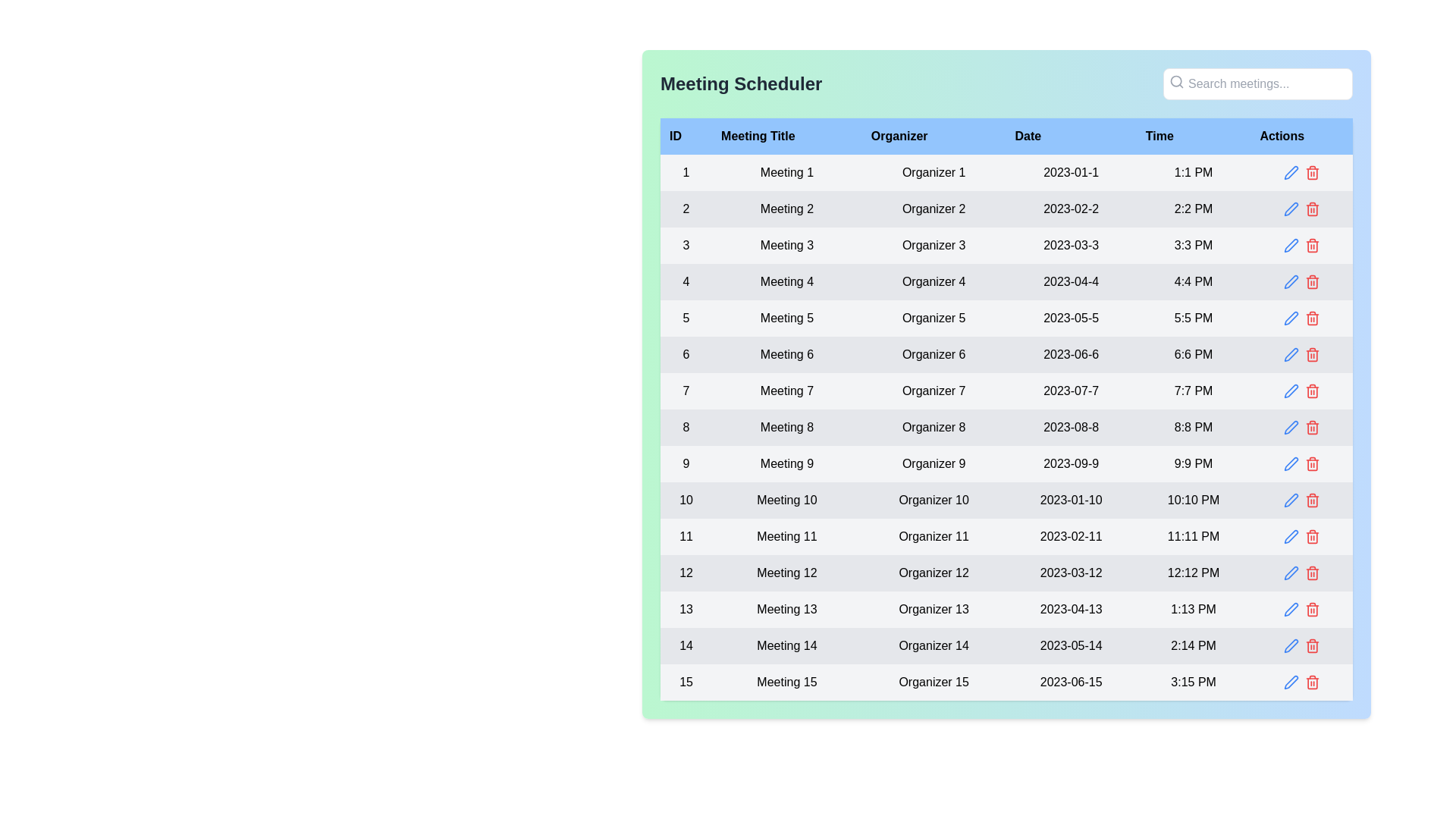 The height and width of the screenshot is (819, 1456). I want to click on the Text Label displaying the organizer's information for the 11th meeting in the schedule table, located in the 11th row under the 'Organizer' column, so click(933, 536).